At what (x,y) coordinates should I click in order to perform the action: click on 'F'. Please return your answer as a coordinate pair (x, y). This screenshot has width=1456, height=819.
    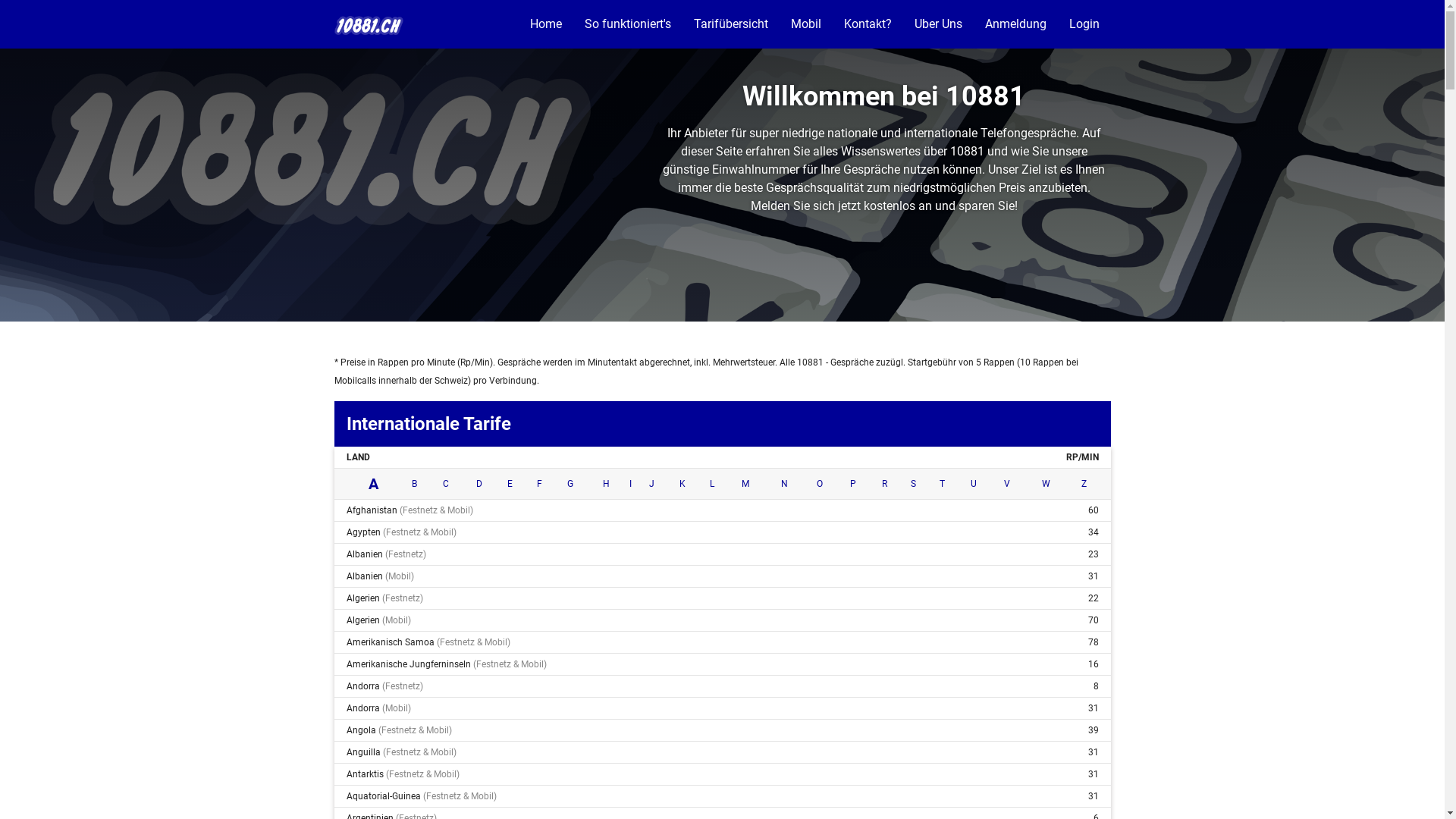
    Looking at the image, I should click on (539, 483).